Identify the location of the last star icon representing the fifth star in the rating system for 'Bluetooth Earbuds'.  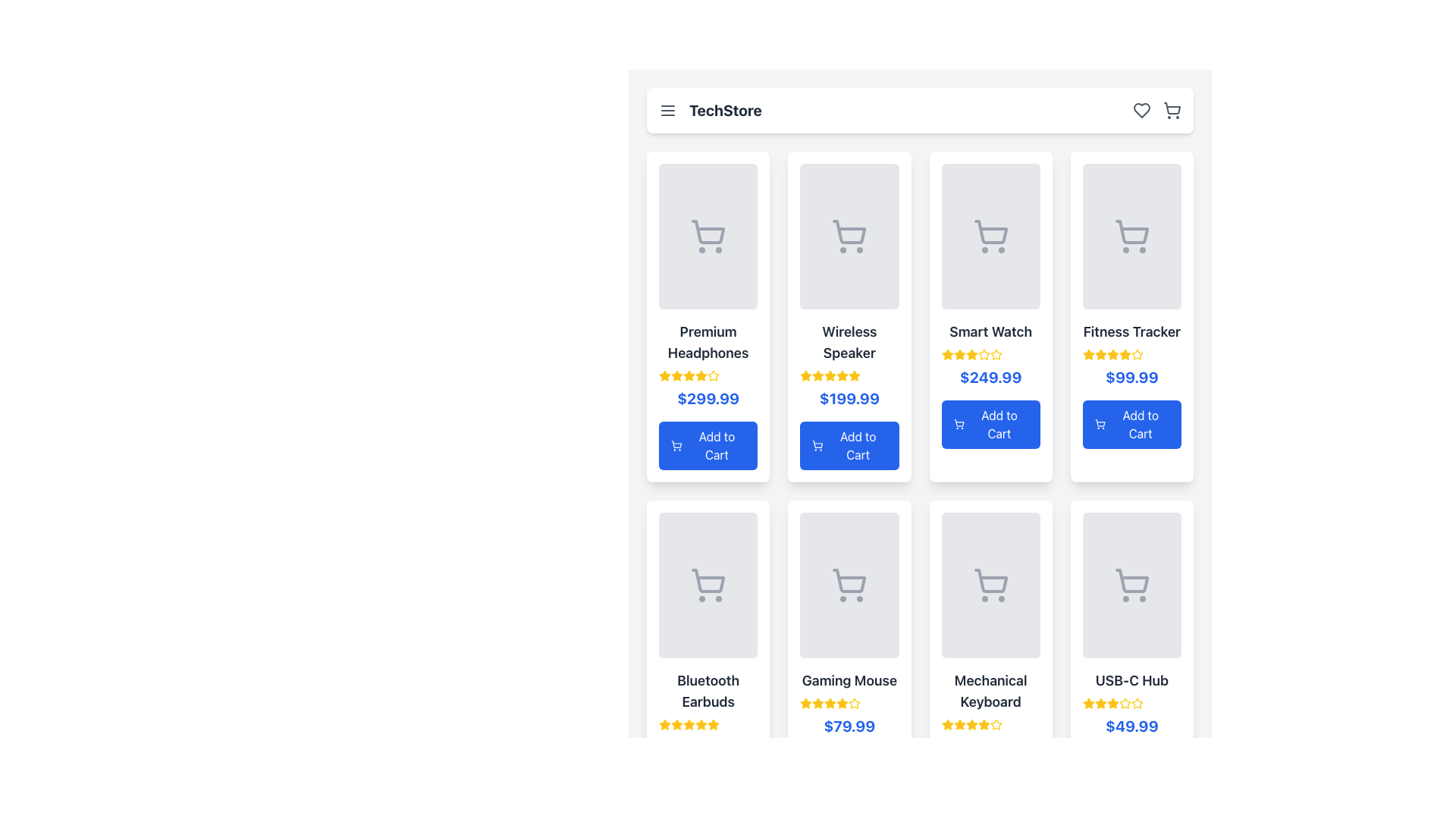
(712, 724).